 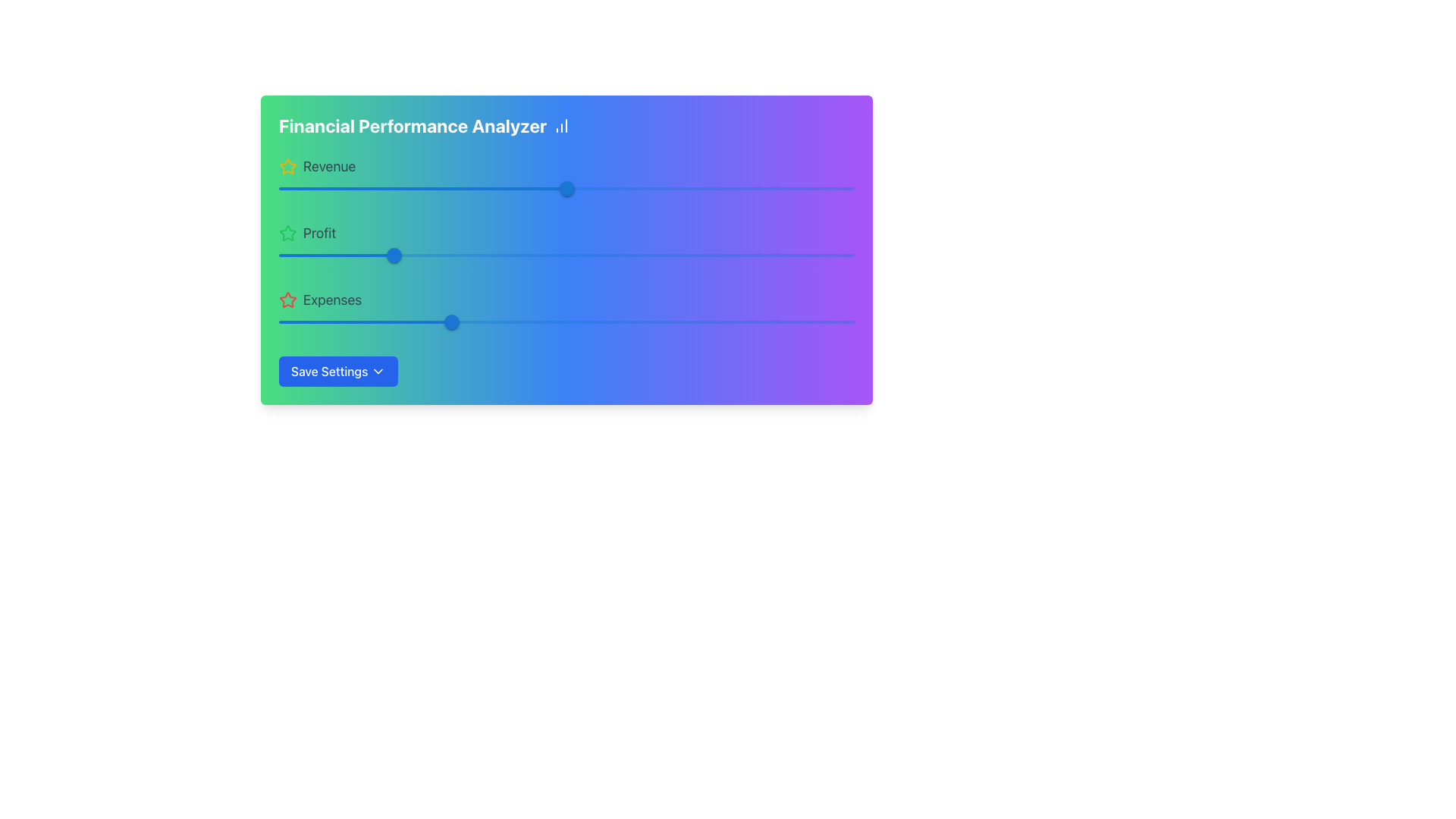 I want to click on the Text header with an accompanying icon at the top-center of the colorful gradient card that serves as the title for the financial performance analyzer interface, so click(x=566, y=124).